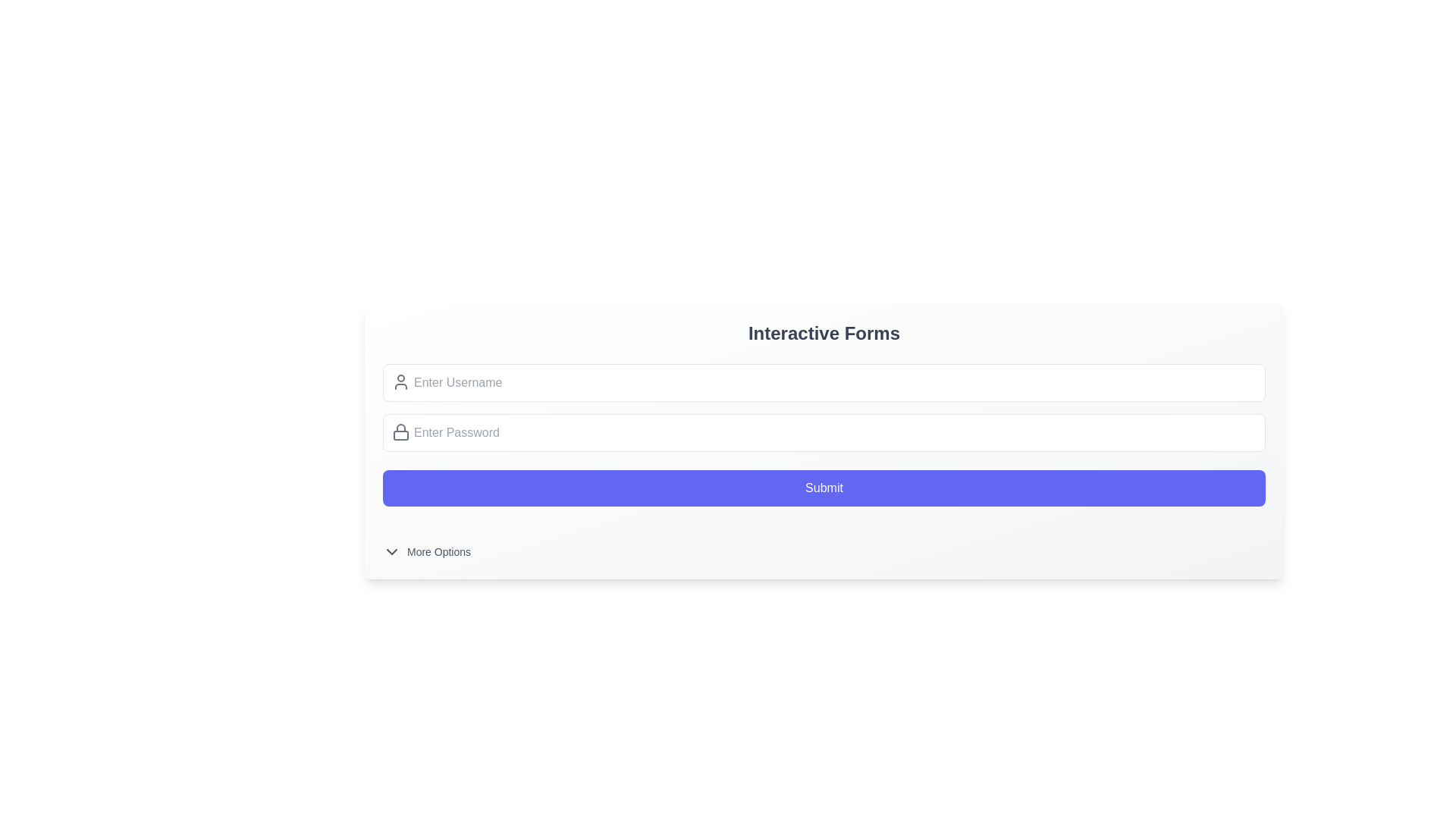 This screenshot has height=819, width=1456. Describe the element at coordinates (400, 435) in the screenshot. I see `the lock icon component, which visually represents password security and is located to the left of the 'Enter Password' input field` at that location.